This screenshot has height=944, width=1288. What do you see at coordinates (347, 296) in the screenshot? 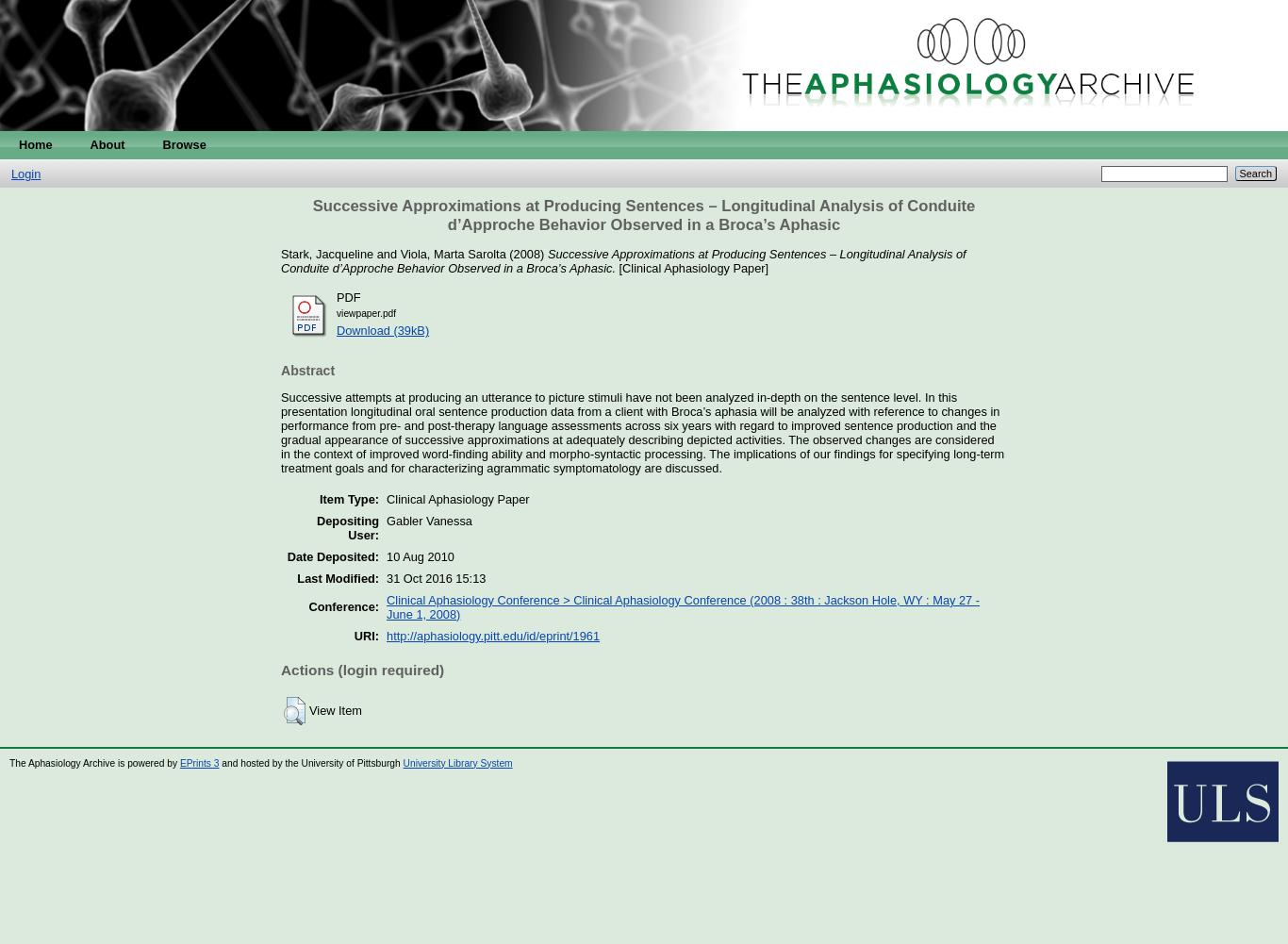
I see `'PDF'` at bounding box center [347, 296].